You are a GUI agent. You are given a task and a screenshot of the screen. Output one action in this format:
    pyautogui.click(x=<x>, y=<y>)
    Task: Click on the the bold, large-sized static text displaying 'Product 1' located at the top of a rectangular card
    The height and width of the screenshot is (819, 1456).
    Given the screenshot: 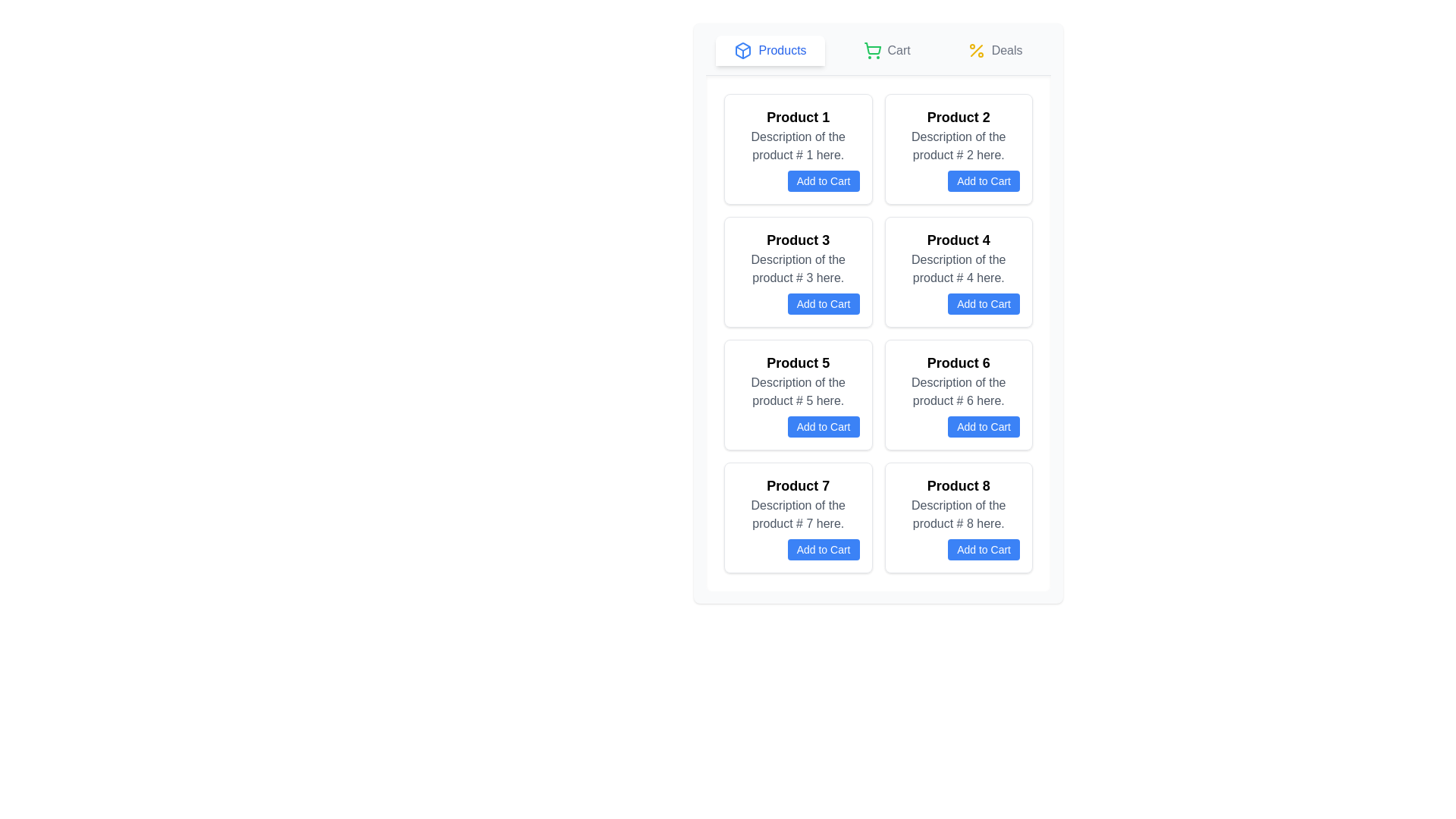 What is the action you would take?
    pyautogui.click(x=797, y=116)
    